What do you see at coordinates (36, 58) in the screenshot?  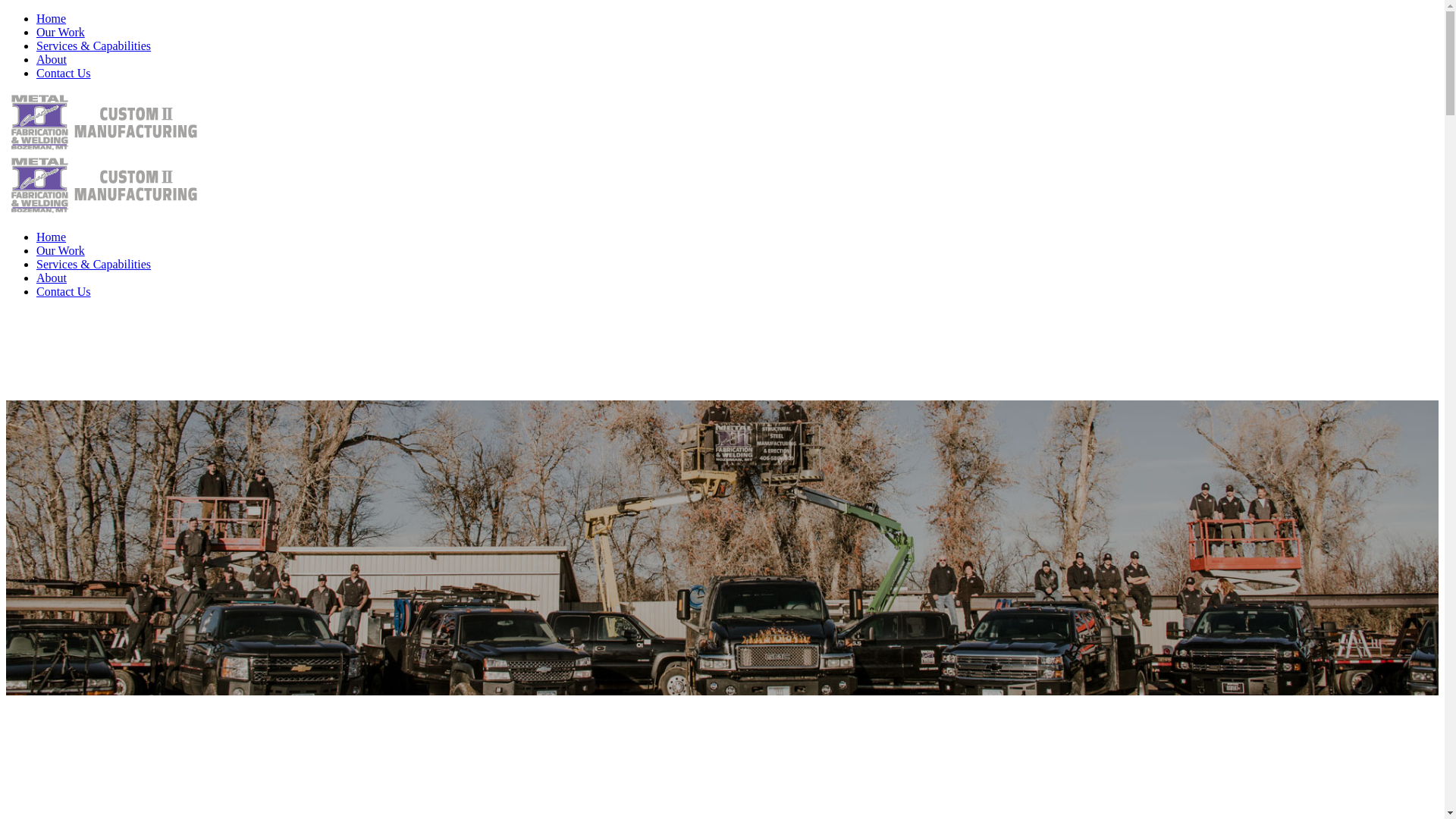 I see `'About'` at bounding box center [36, 58].